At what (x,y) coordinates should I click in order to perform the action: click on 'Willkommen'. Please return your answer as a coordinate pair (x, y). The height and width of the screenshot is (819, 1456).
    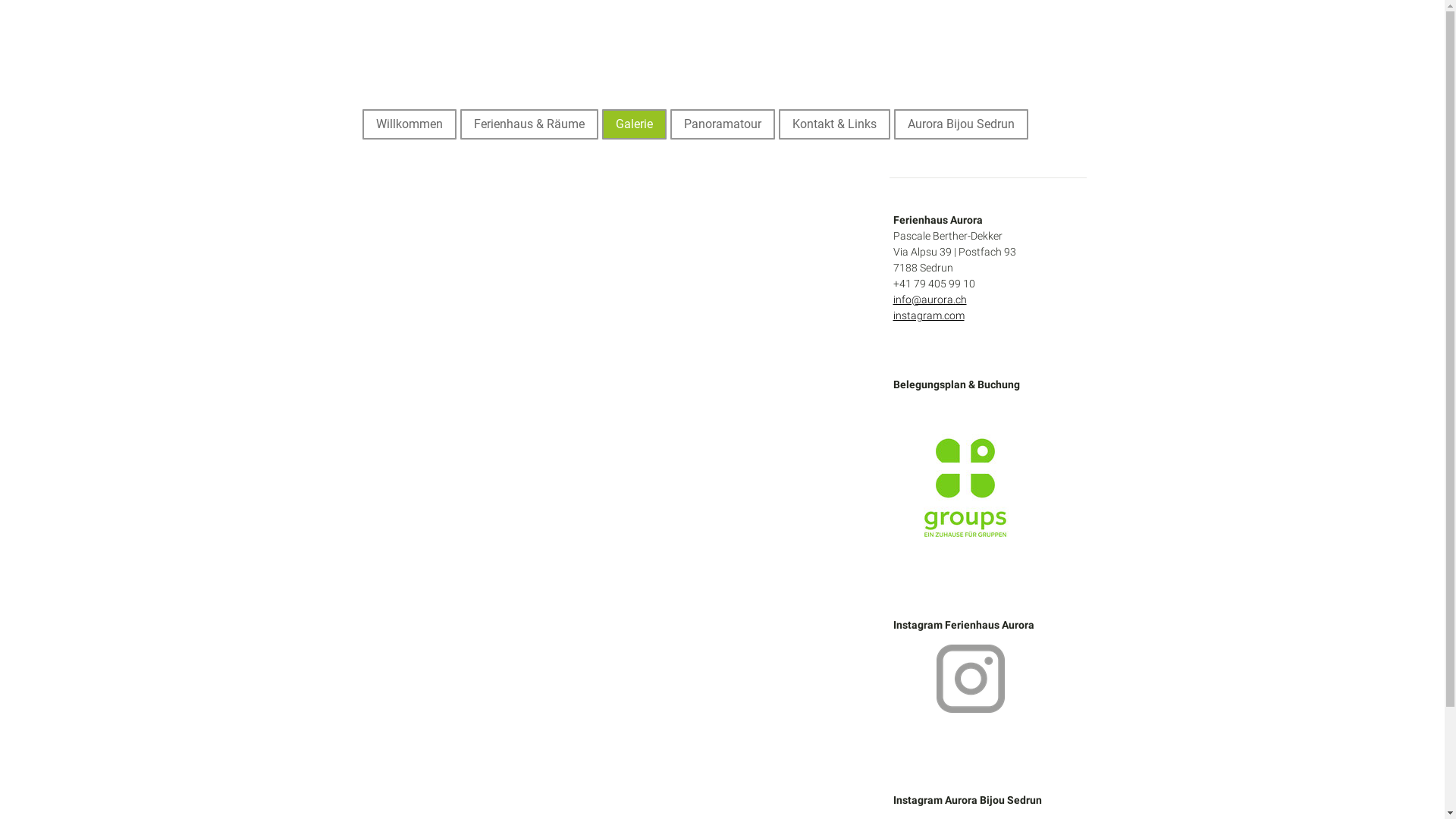
    Looking at the image, I should click on (409, 124).